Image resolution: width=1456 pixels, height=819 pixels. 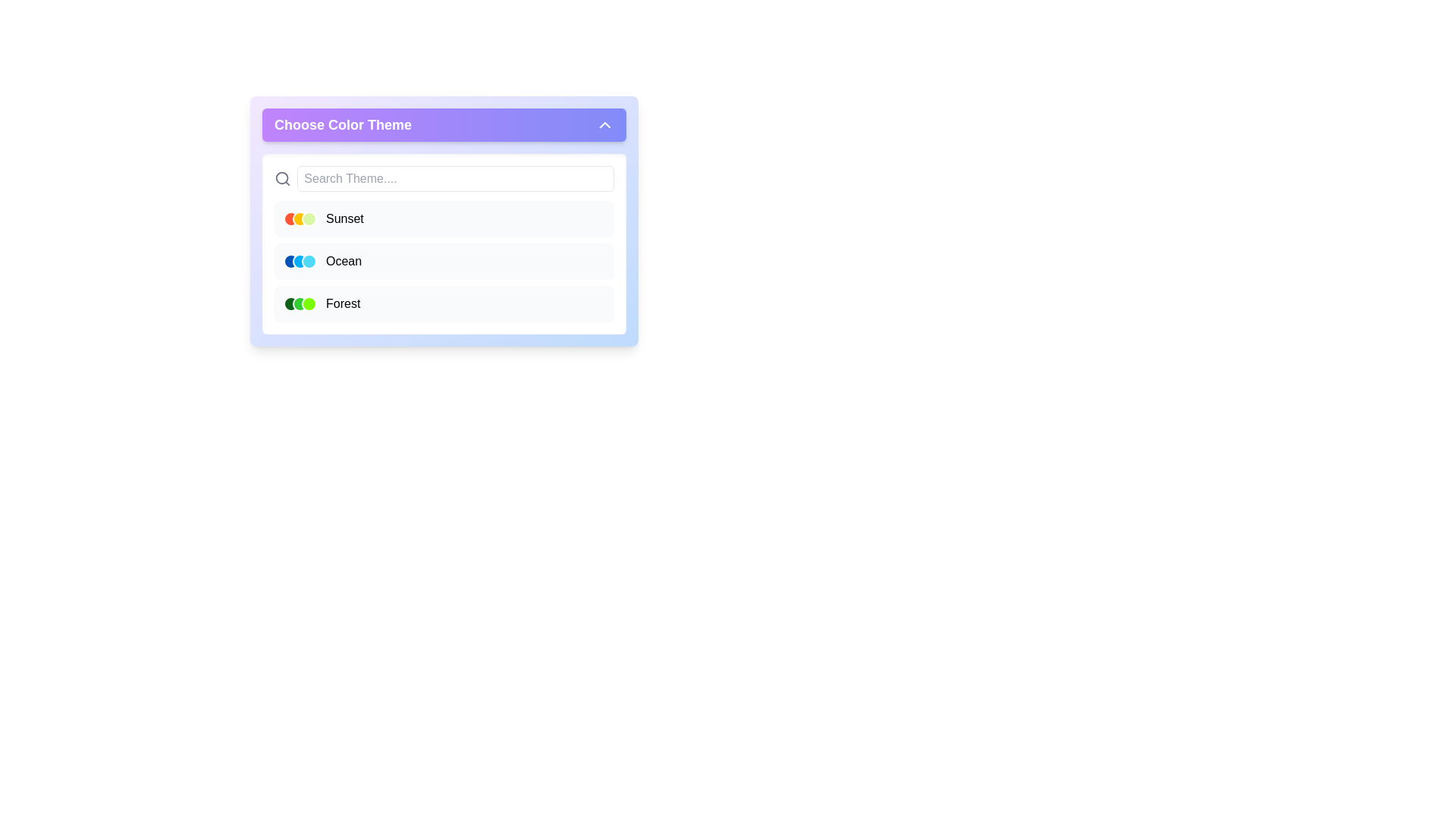 I want to click on the visual indicator representing the 'Sunset' theme, which is the first icon in the 'Choose Color Theme' dropdown menu, located to the left of the 'Sunset' label, so click(x=300, y=219).